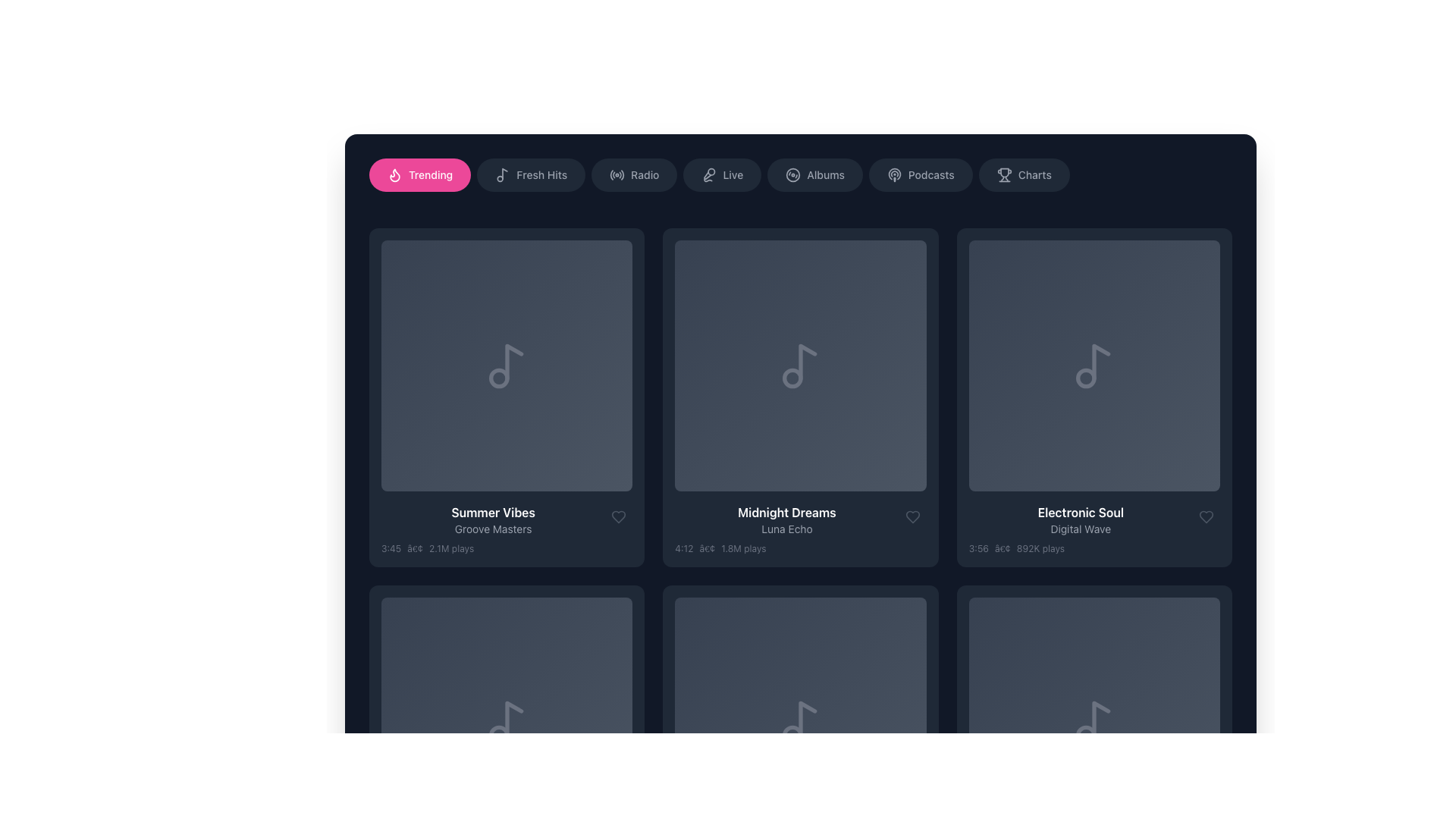  I want to click on the microphone icon, which is styled with a circular outline and located to the left of the 'Live' text in the navigation bar, so click(708, 174).